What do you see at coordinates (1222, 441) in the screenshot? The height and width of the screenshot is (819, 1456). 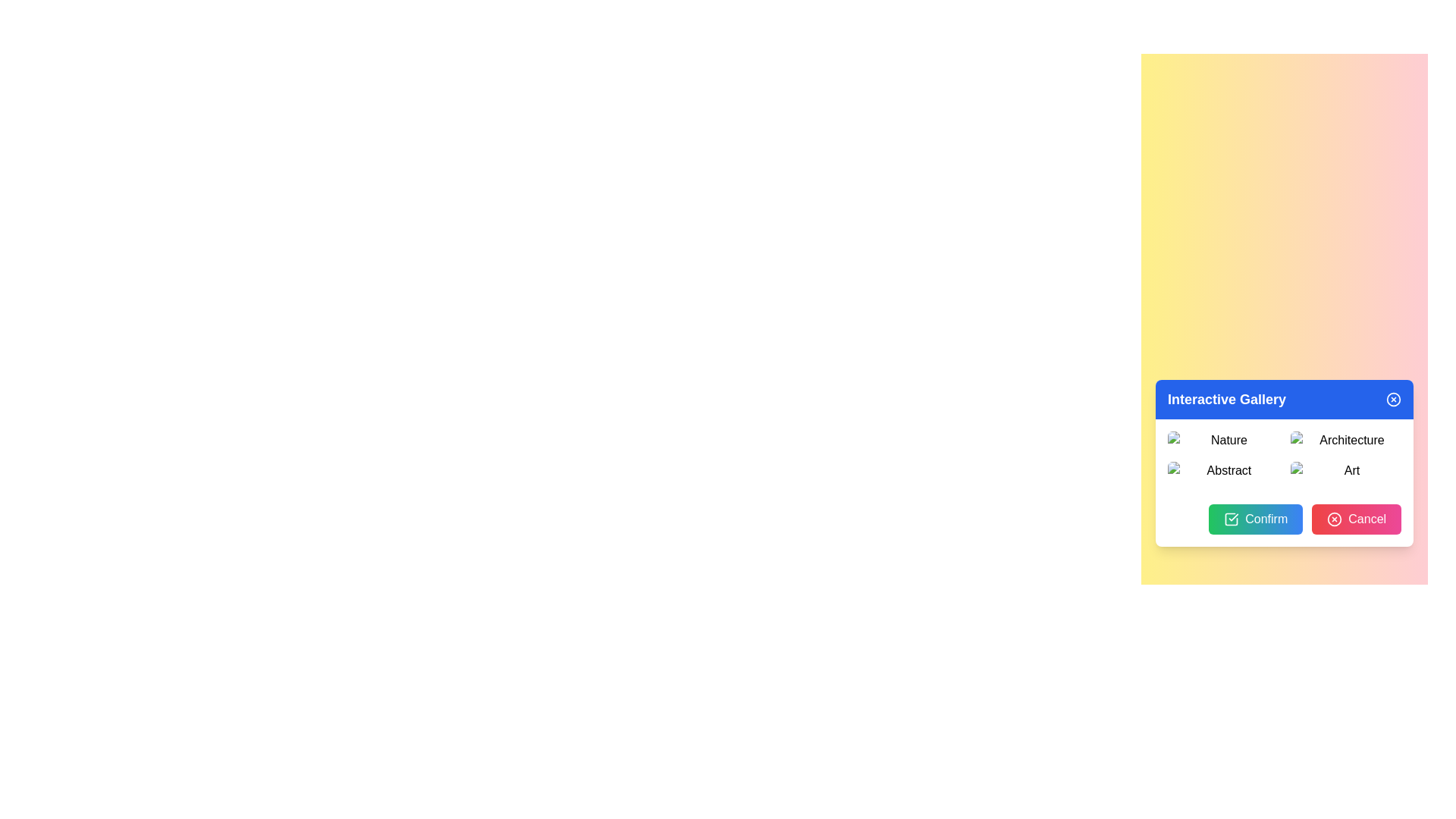 I see `the Text Label located at the top-left corner of the 'Interactive Gallery' modal, which is positioned above the leftmost image placeholder in the first row` at bounding box center [1222, 441].